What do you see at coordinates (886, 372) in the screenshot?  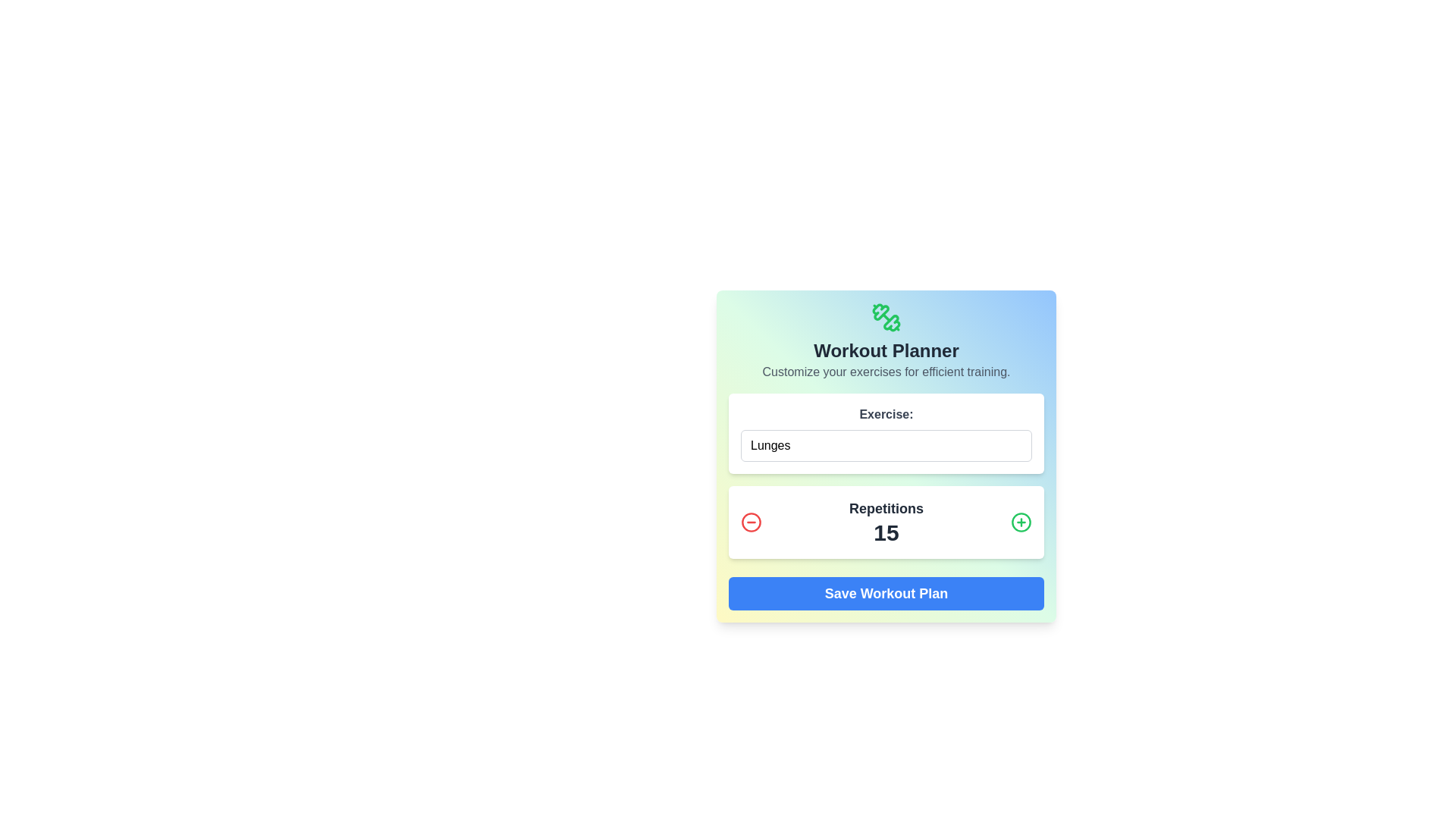 I see `descriptive subheading located below the 'Workout Planner' heading, which guides the user about the section's purpose` at bounding box center [886, 372].